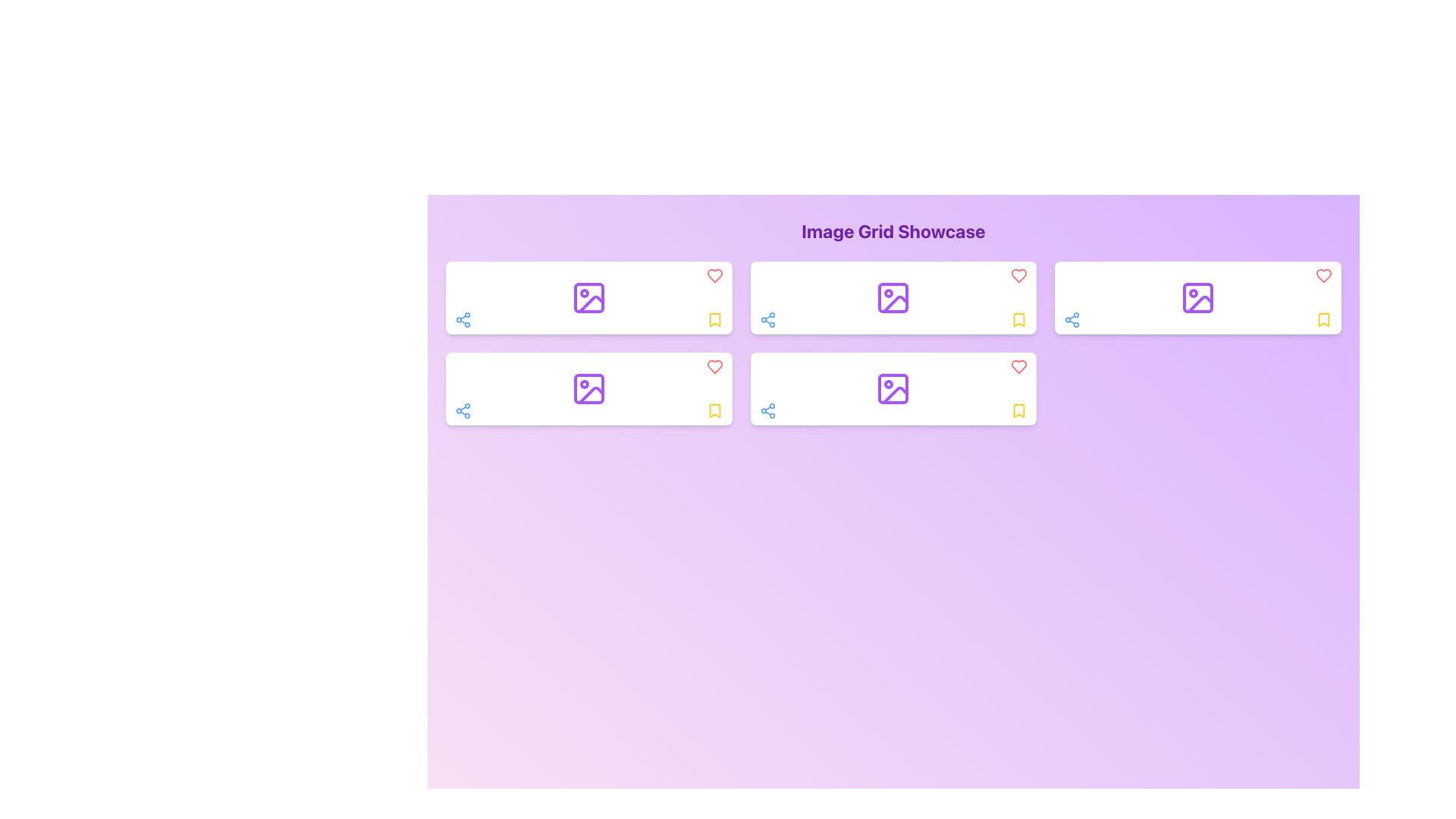 This screenshot has height=819, width=1456. I want to click on the purple image icon with a modern aesthetic, located in the second row and third column of the grid layout, so click(893, 388).